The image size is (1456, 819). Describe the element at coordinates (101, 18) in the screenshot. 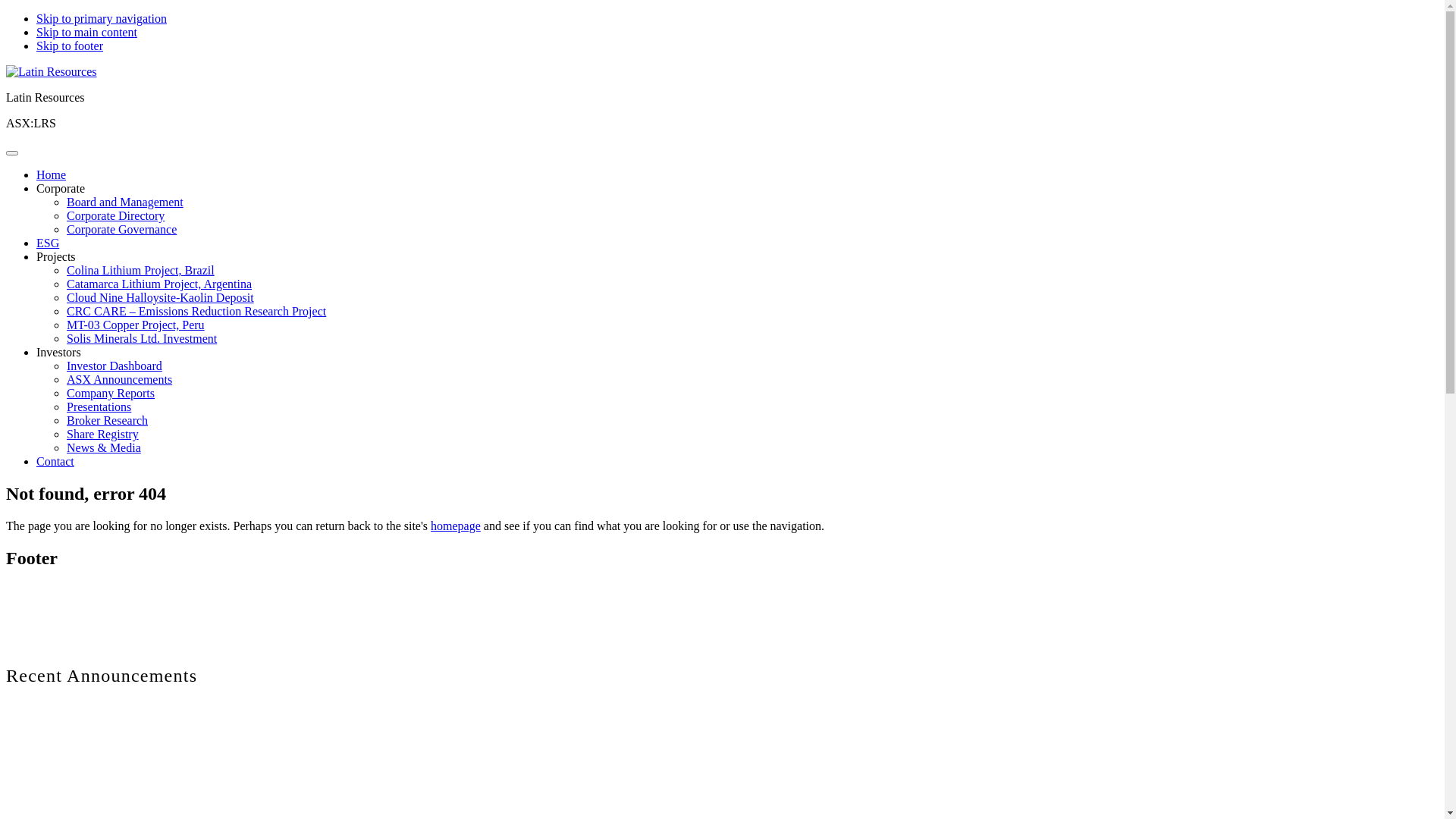

I see `'Skip to primary navigation'` at that location.